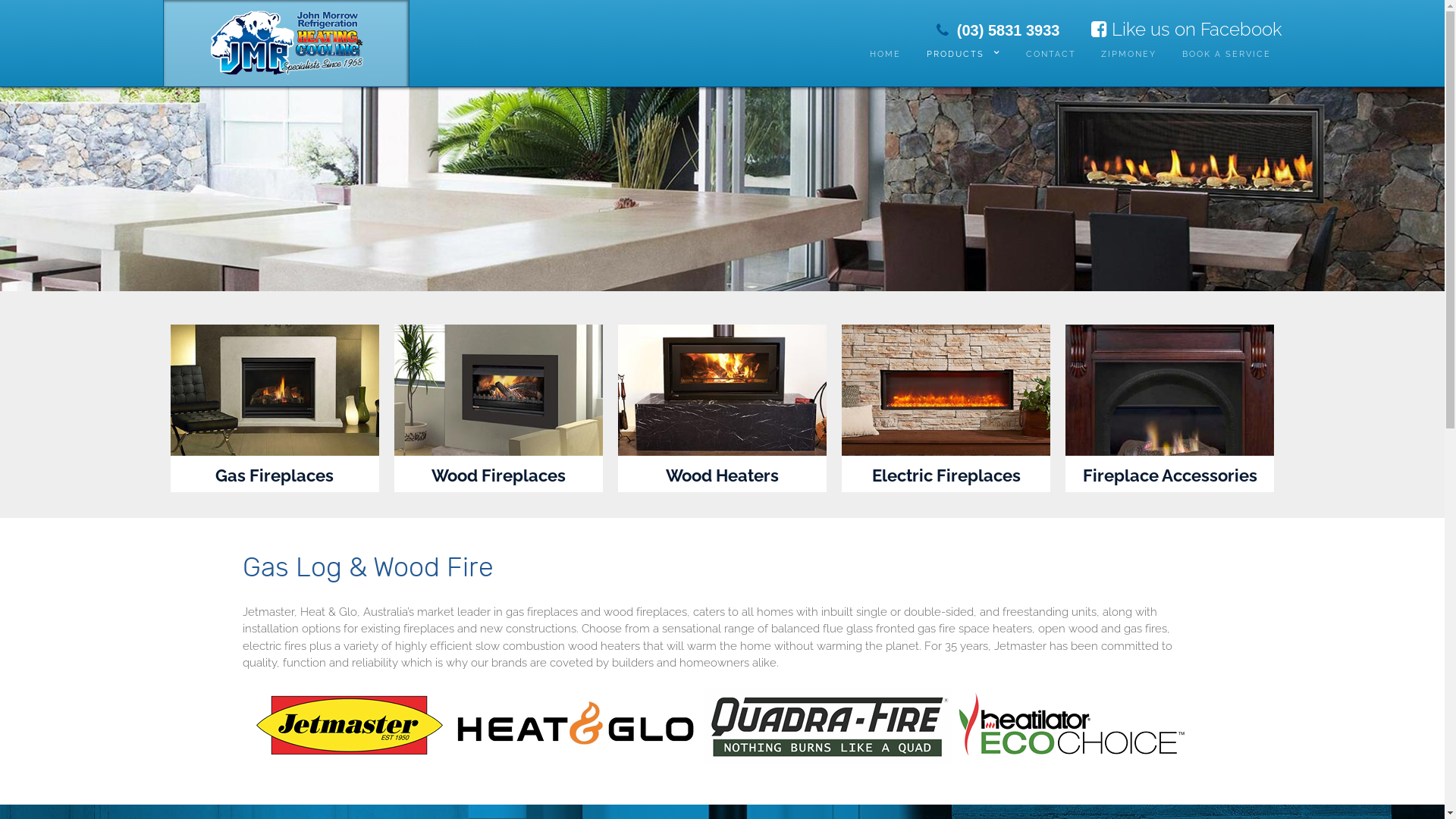  Describe the element at coordinates (1226, 53) in the screenshot. I see `'BOOK A SERVICE'` at that location.